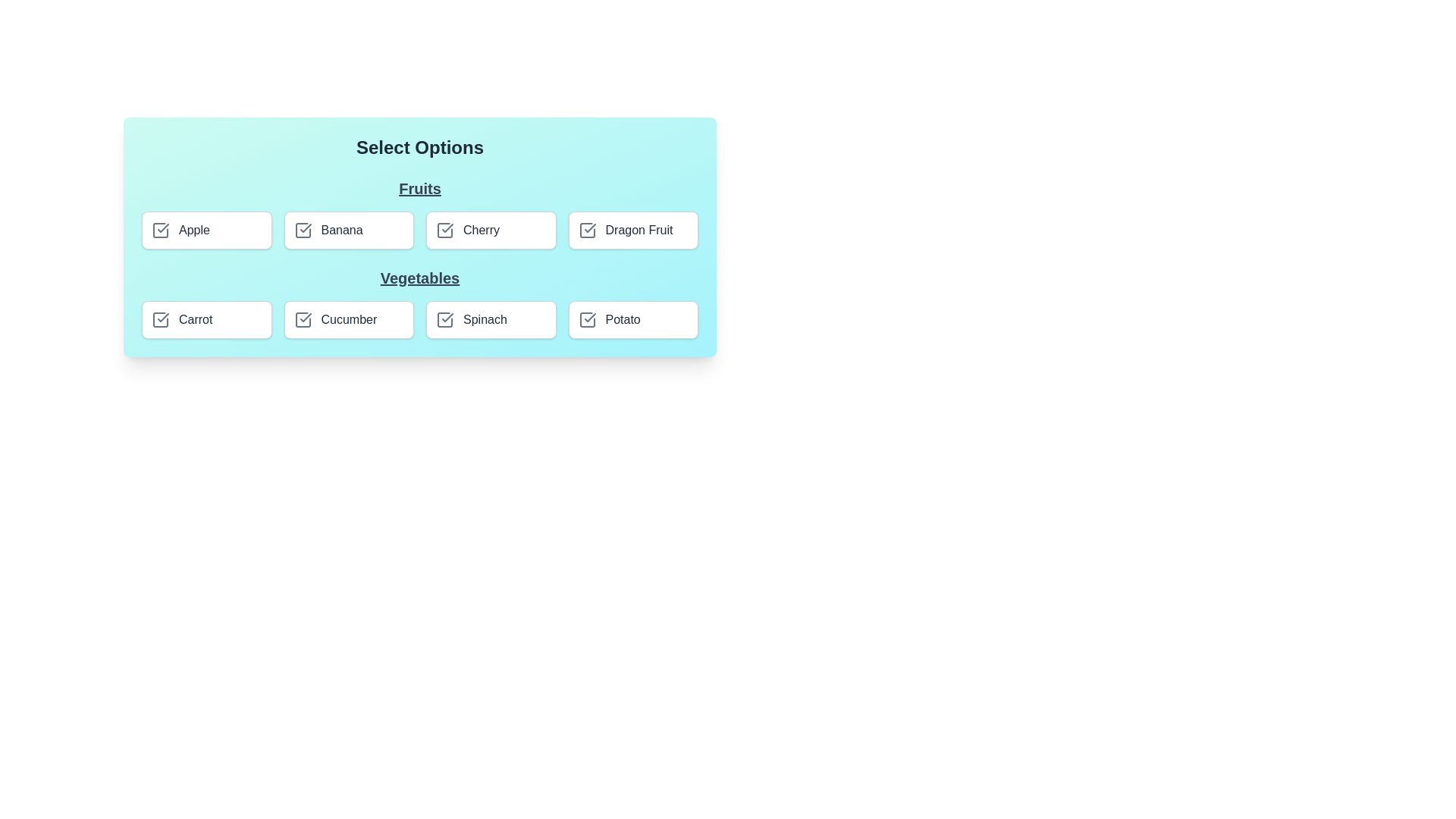 The height and width of the screenshot is (819, 1456). What do you see at coordinates (303, 231) in the screenshot?
I see `the SVG graphic representing a checkmark within the checkbox for the 'Banana' option, which indicates its selection state in the Fruits section` at bounding box center [303, 231].